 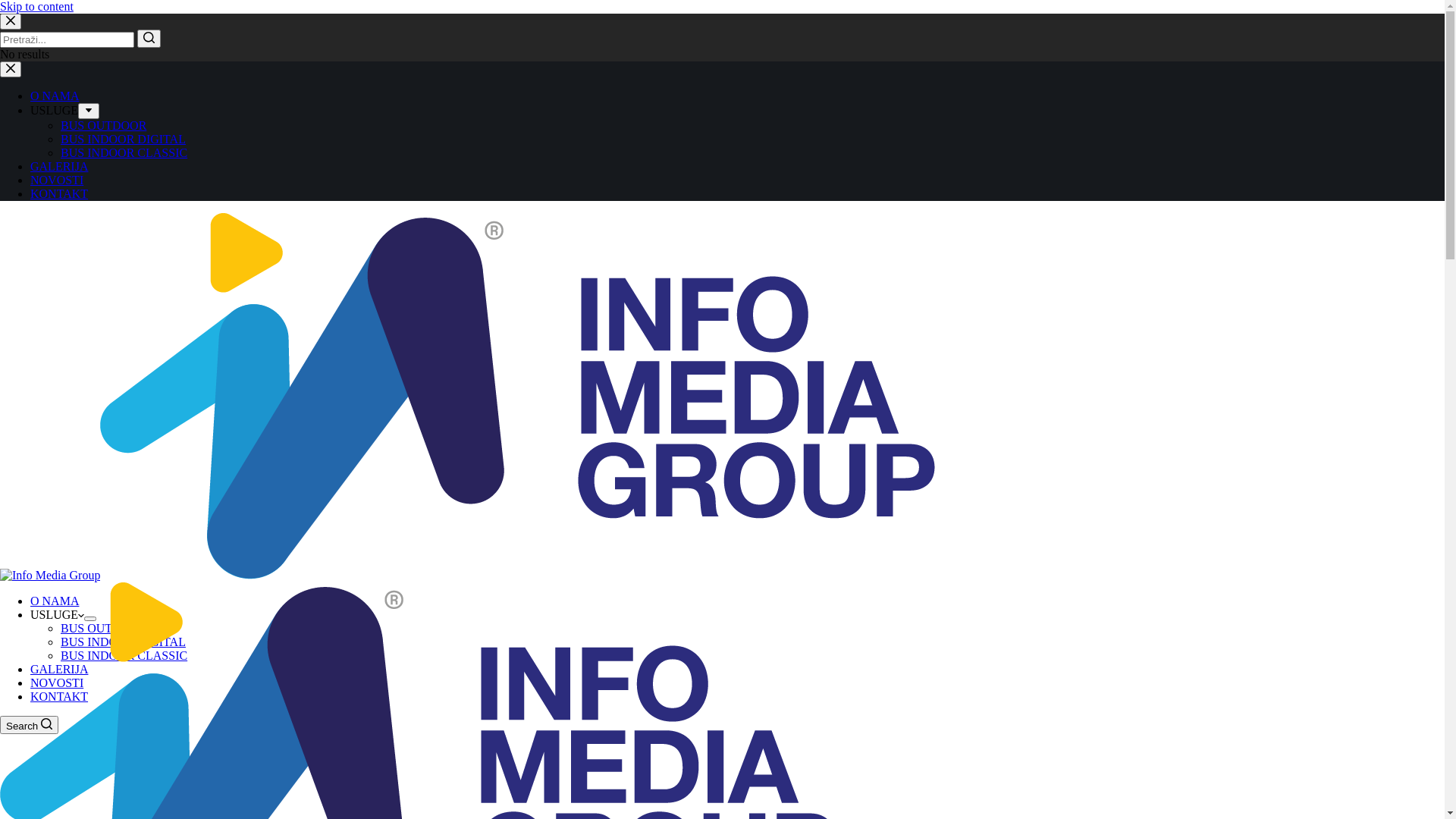 What do you see at coordinates (55, 96) in the screenshot?
I see `'O NAMA'` at bounding box center [55, 96].